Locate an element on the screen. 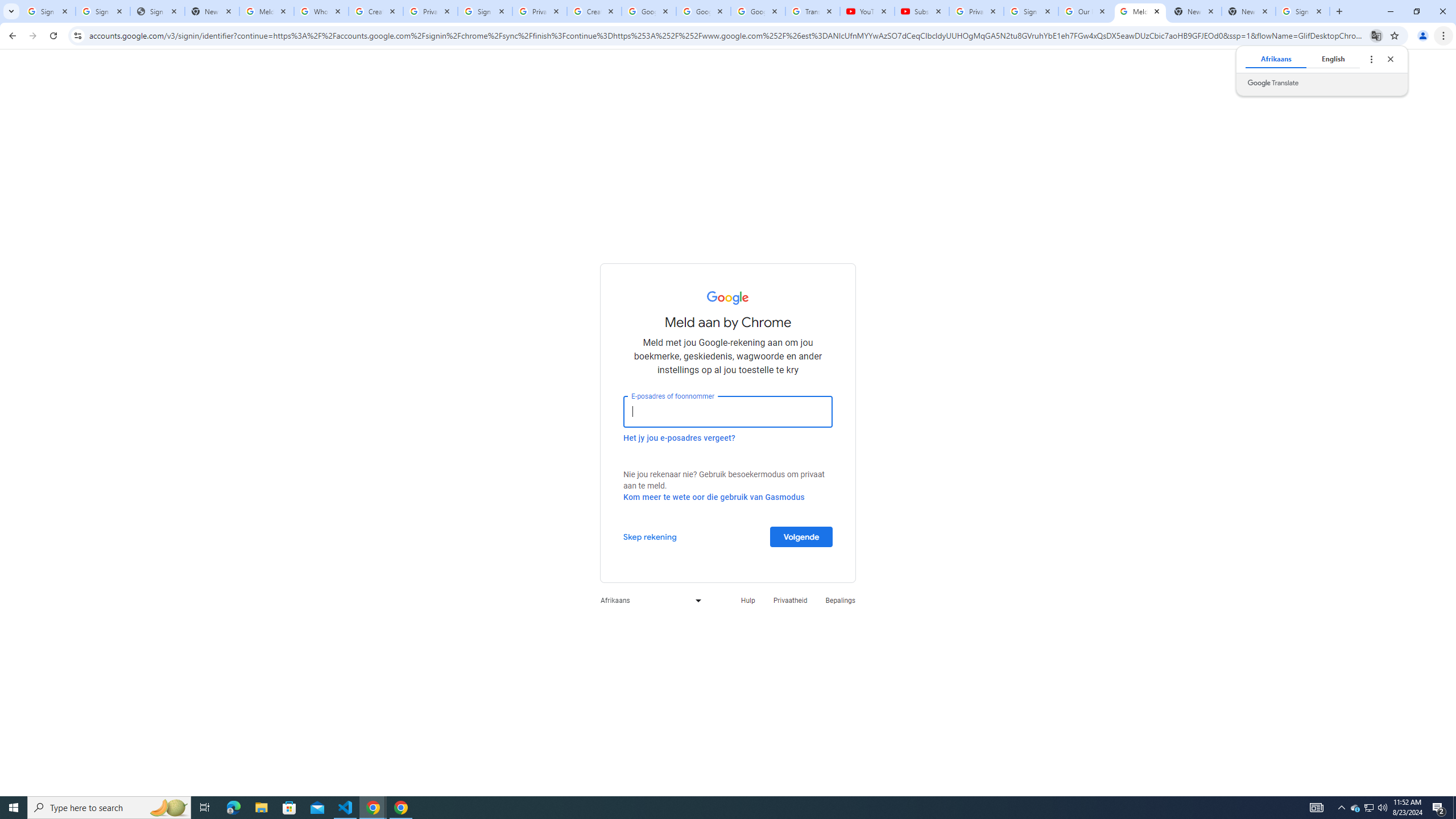 The width and height of the screenshot is (1456, 819). 'Kom meer te wete oor die gebruik van Gasmodus' is located at coordinates (714, 497).